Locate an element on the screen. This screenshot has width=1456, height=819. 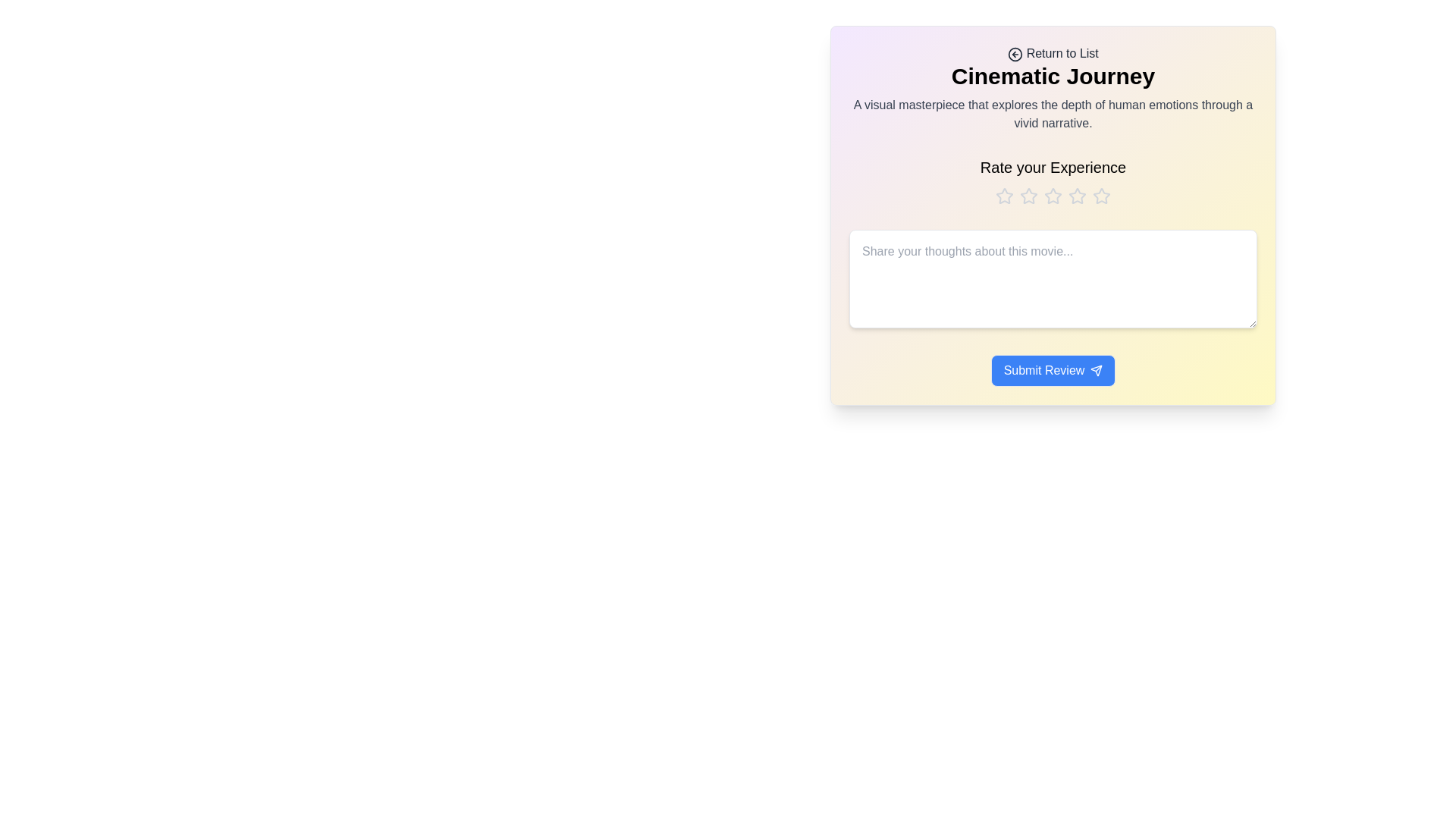
the second star icon in the rating system is located at coordinates (1029, 195).